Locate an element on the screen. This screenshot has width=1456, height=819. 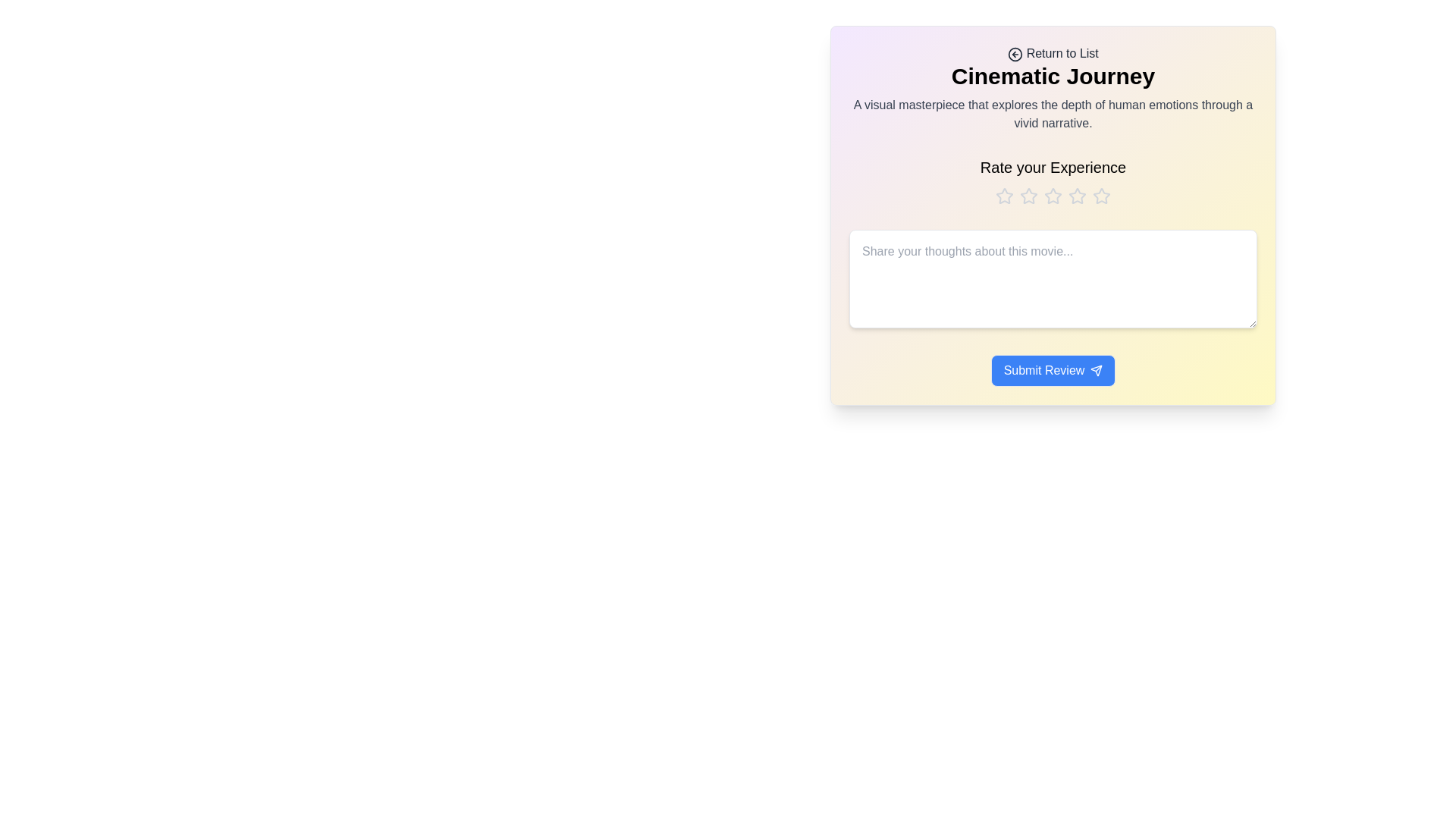
the second star icon in the rating system is located at coordinates (1029, 195).